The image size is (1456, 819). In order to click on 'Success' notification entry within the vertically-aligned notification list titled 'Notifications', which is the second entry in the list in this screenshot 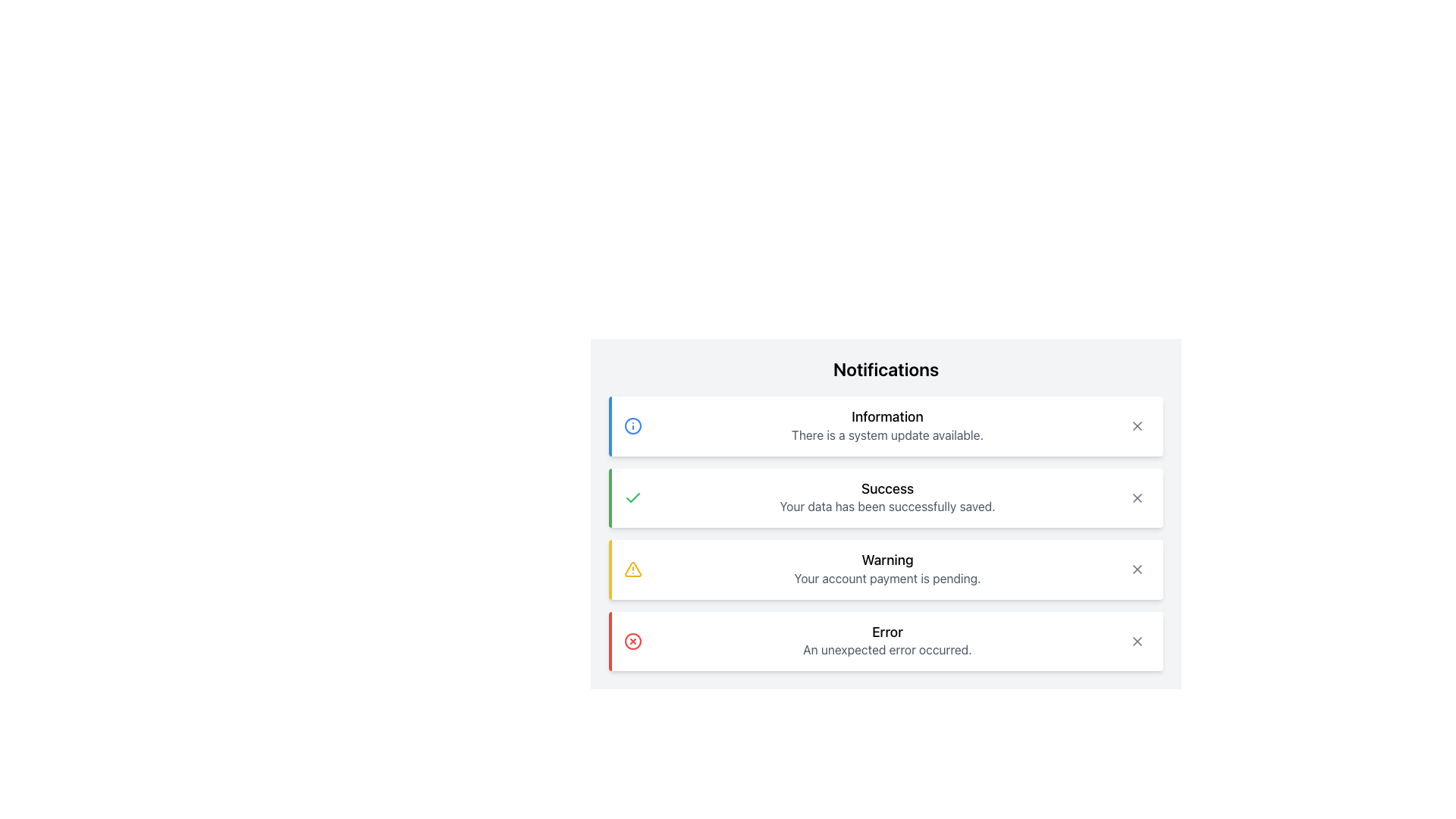, I will do `click(886, 513)`.